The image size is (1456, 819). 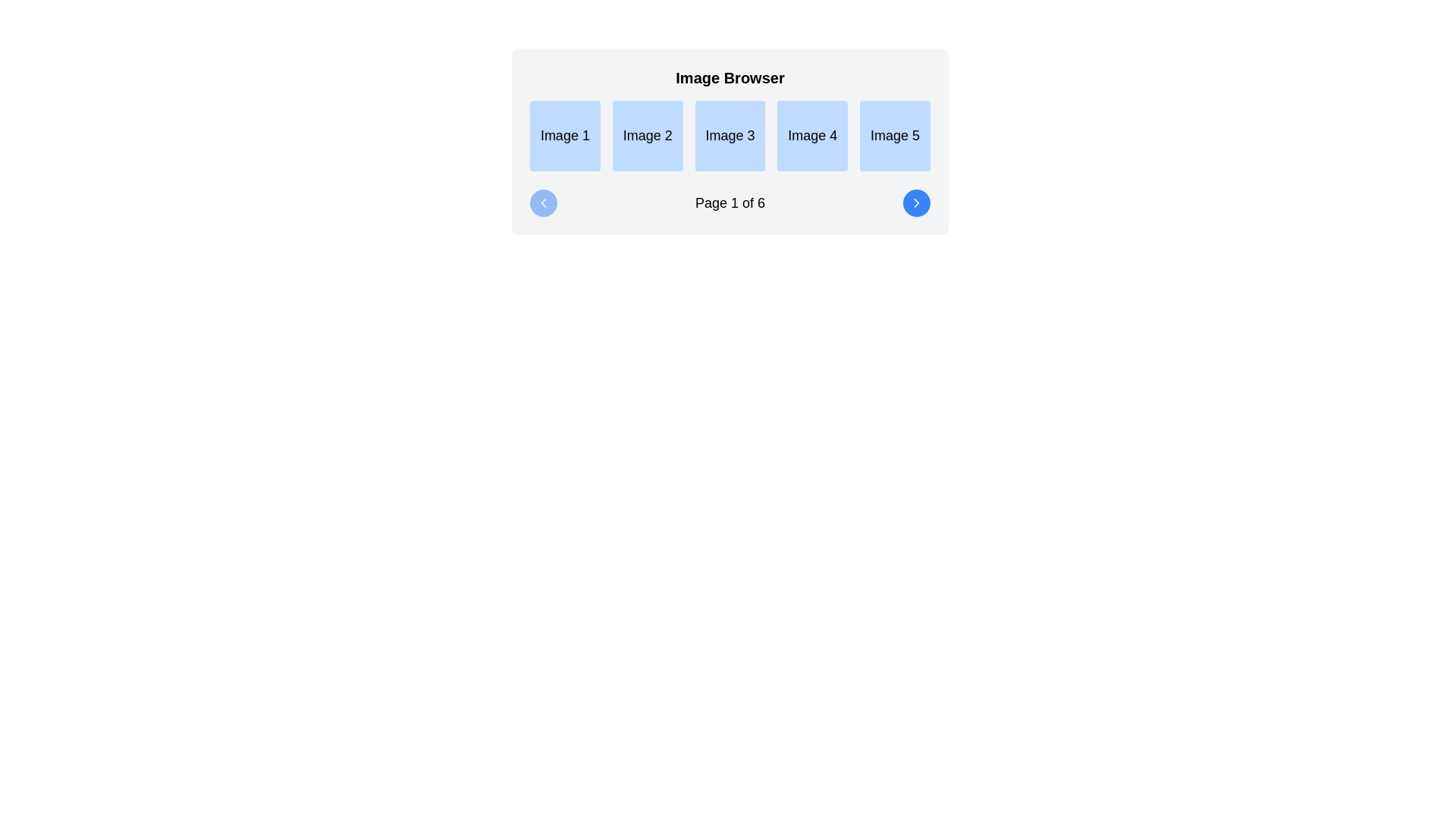 I want to click on the navigation button located on the far right side of the page navigation interface, so click(x=916, y=201).